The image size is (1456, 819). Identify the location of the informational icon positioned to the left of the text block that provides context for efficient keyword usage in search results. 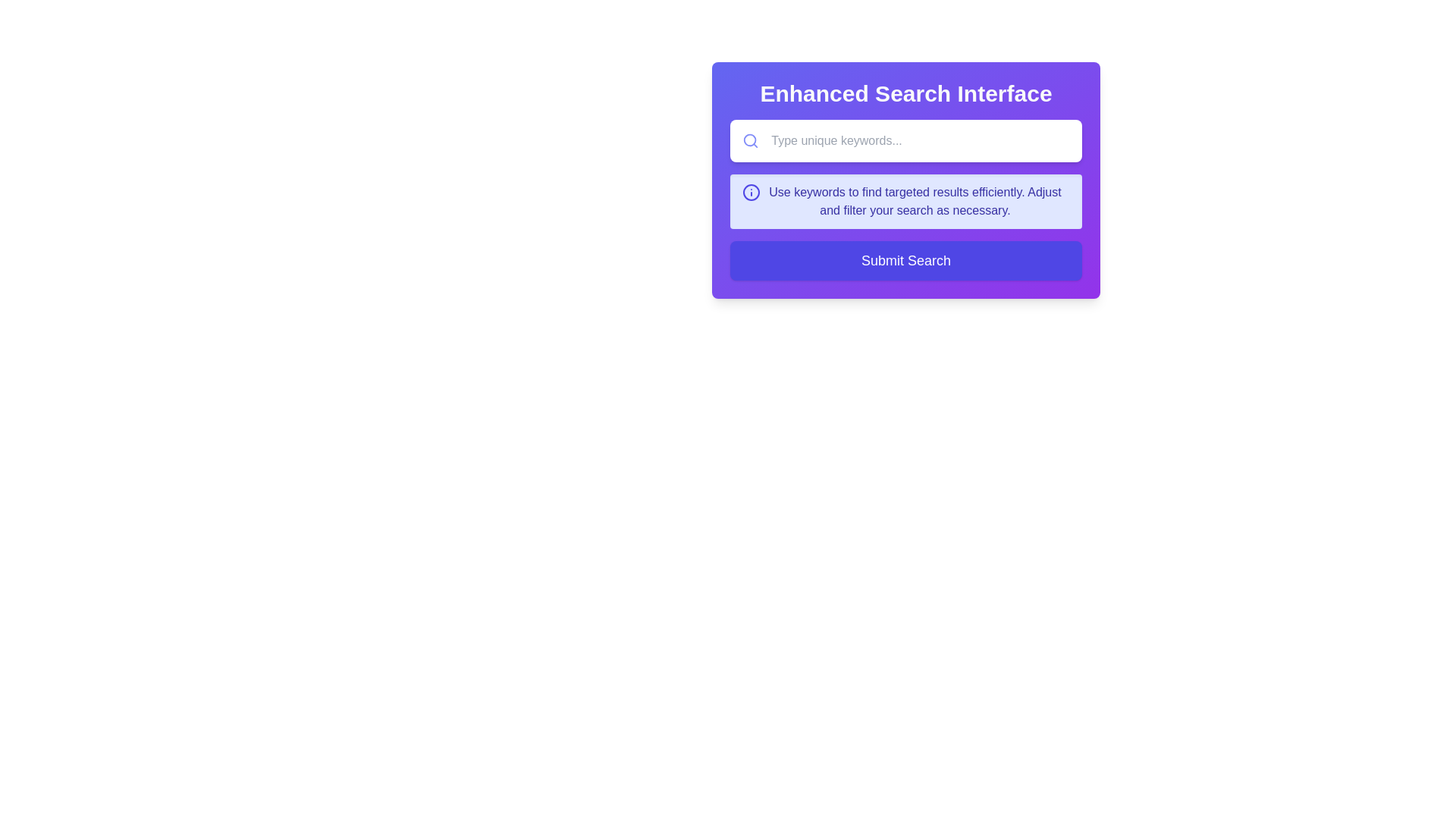
(751, 192).